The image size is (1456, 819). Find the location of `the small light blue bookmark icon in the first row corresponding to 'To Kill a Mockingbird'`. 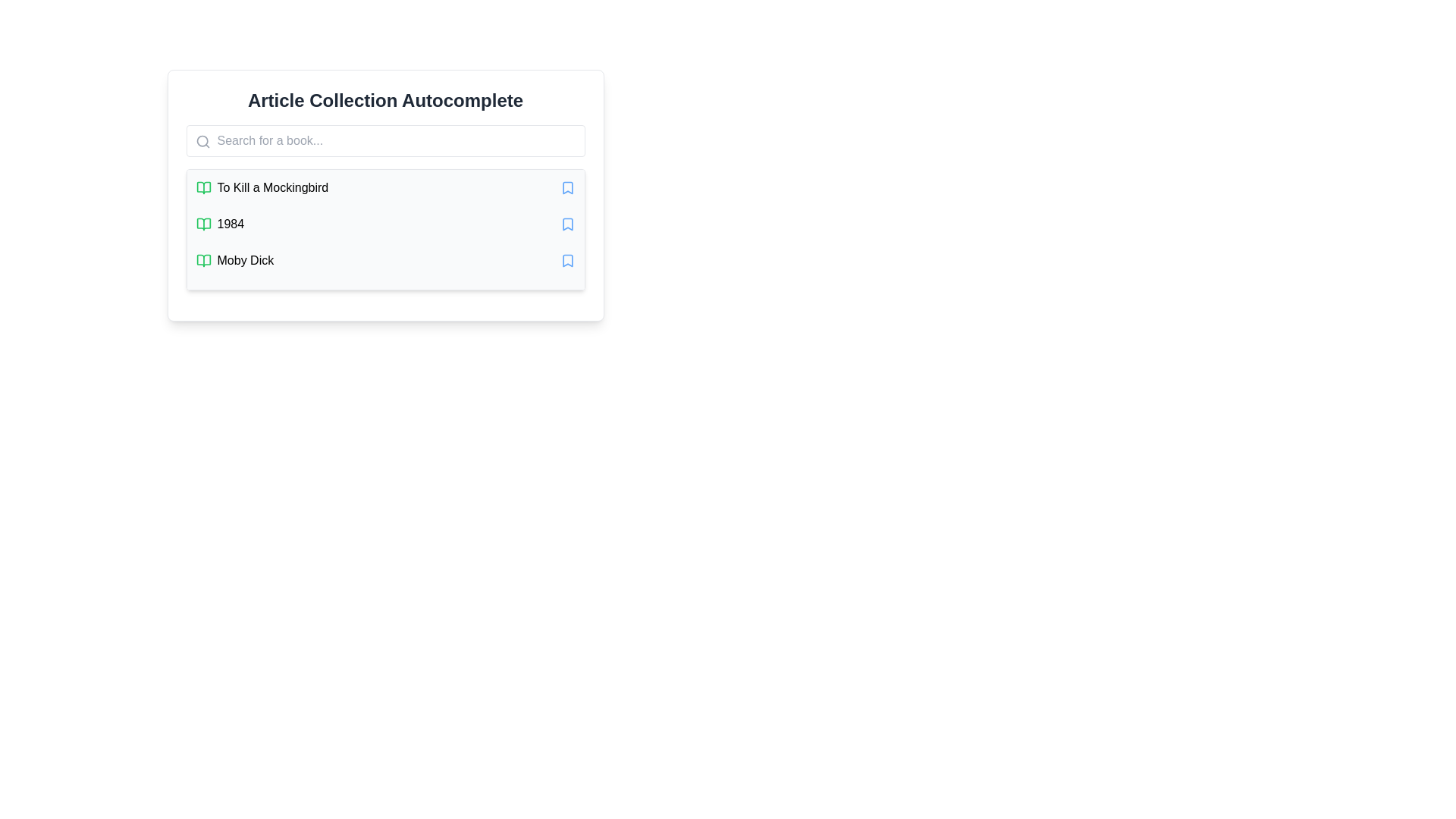

the small light blue bookmark icon in the first row corresponding to 'To Kill a Mockingbird' is located at coordinates (566, 187).